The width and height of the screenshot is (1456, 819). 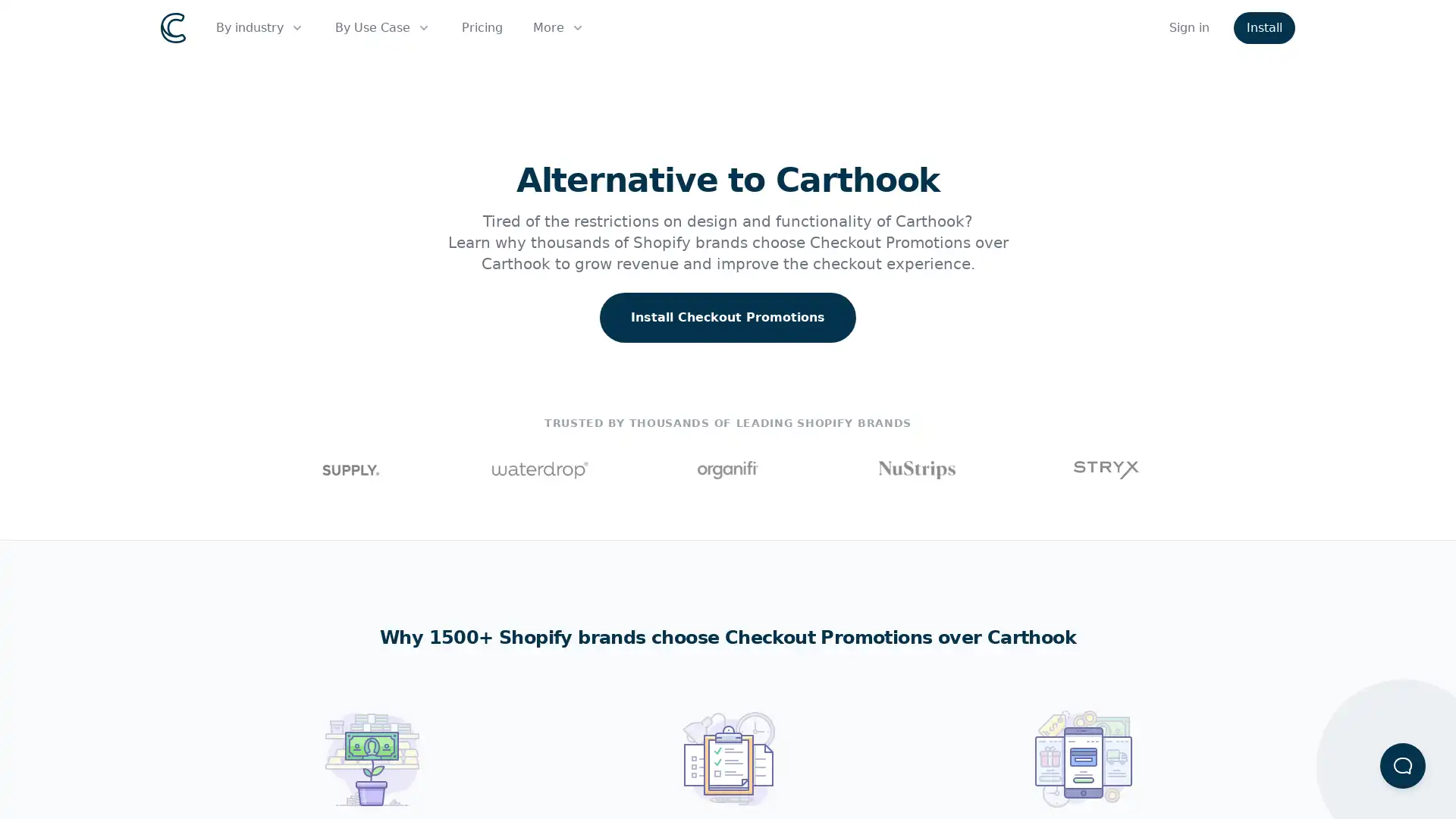 What do you see at coordinates (558, 28) in the screenshot?
I see `More` at bounding box center [558, 28].